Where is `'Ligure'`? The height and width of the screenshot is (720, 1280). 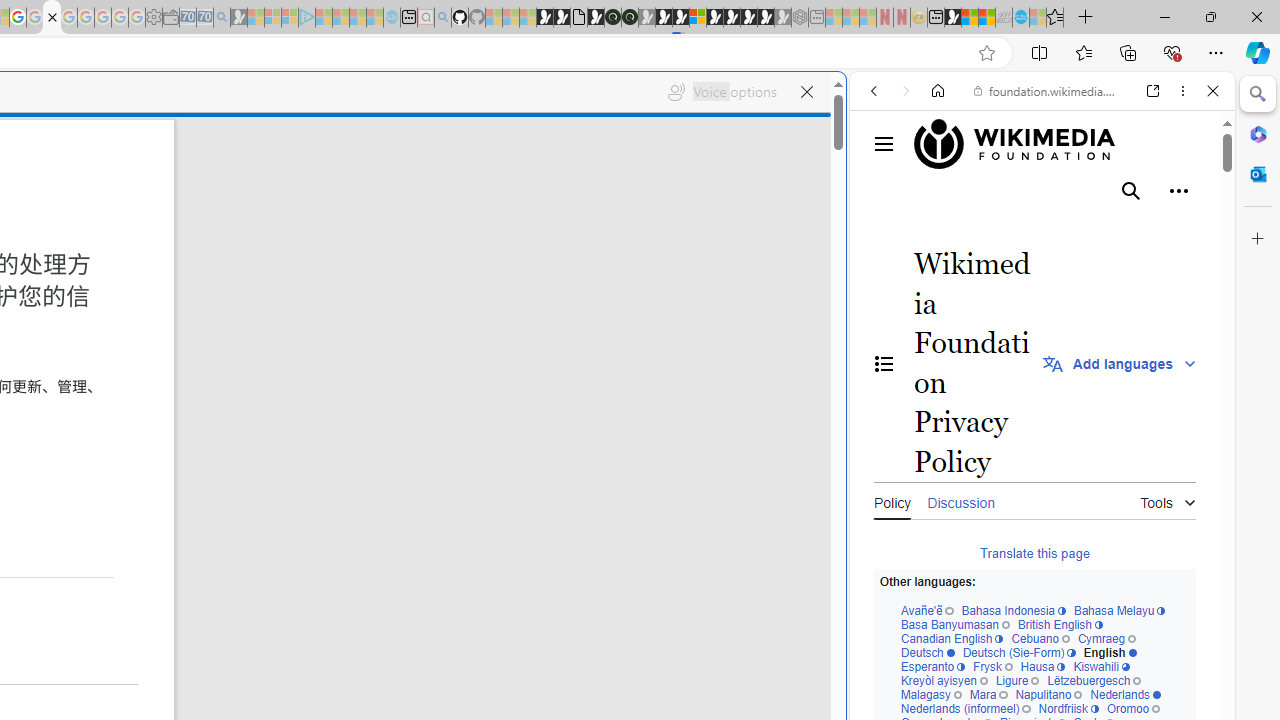 'Ligure' is located at coordinates (1016, 680).